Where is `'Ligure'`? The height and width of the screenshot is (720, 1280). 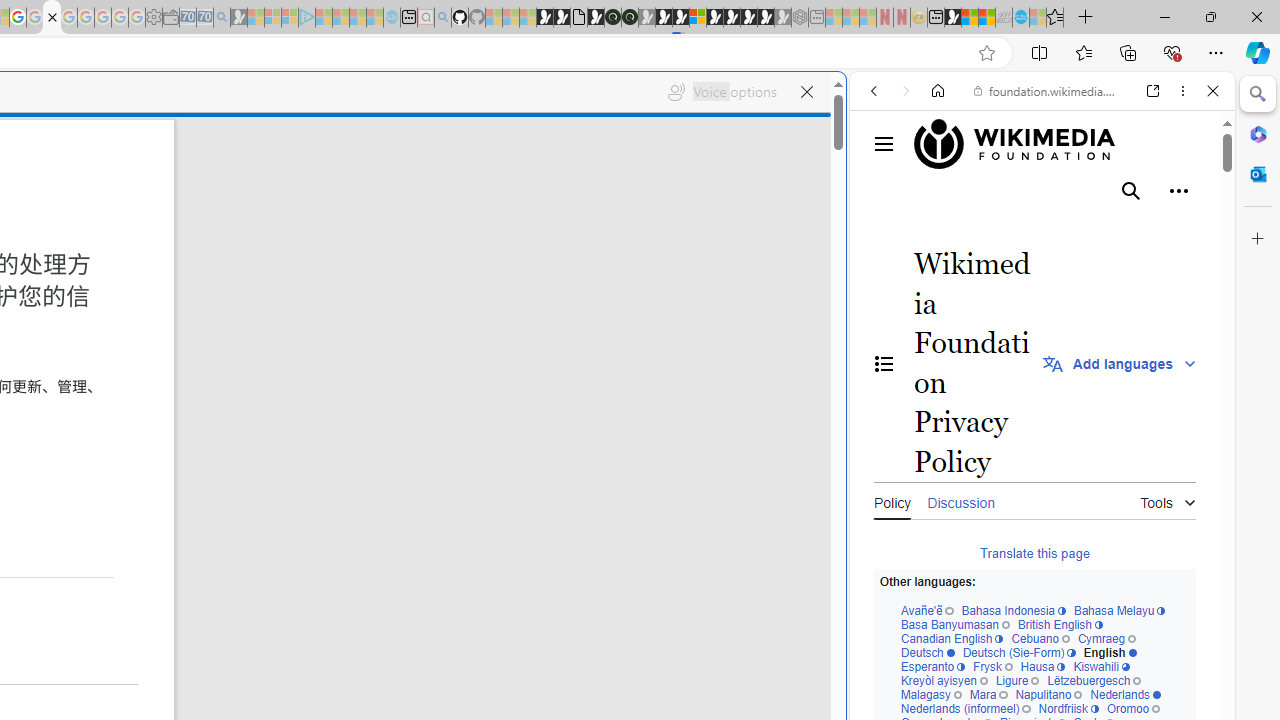 'Ligure' is located at coordinates (1016, 680).